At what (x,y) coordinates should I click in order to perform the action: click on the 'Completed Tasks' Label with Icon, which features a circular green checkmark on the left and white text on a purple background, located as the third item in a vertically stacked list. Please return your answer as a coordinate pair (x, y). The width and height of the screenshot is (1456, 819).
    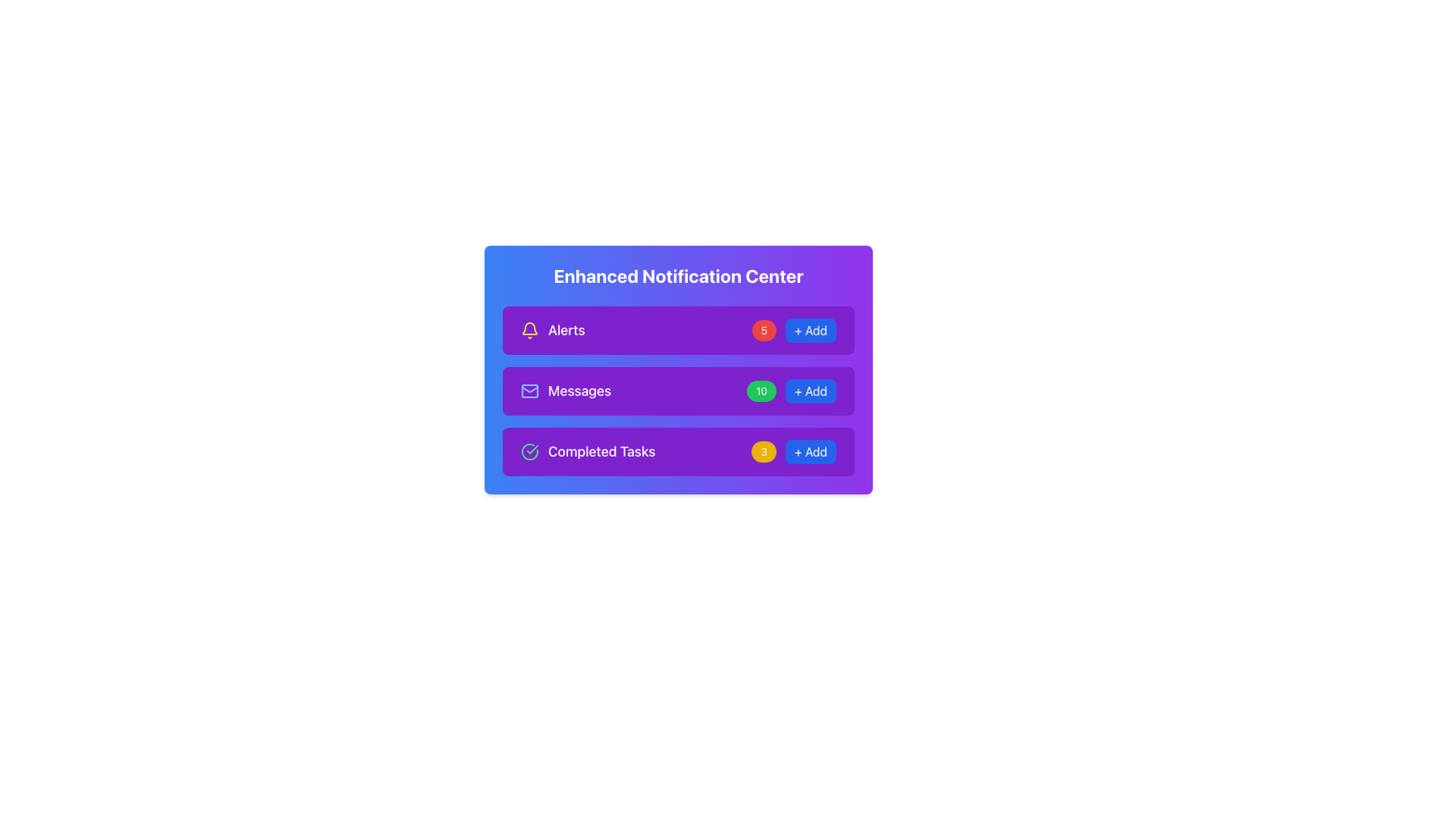
    Looking at the image, I should click on (587, 451).